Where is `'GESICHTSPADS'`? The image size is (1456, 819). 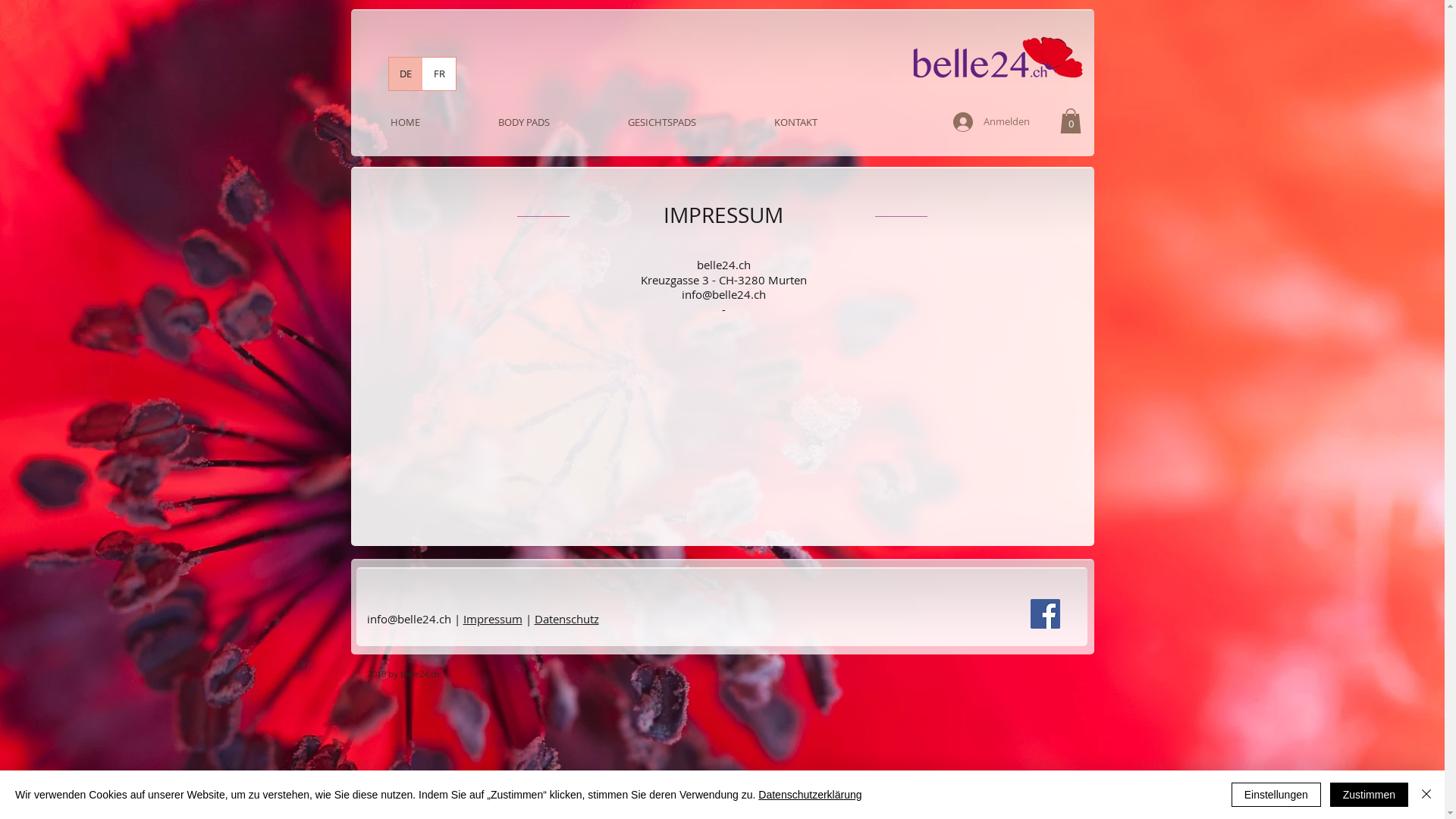 'GESICHTSPADS' is located at coordinates (661, 121).